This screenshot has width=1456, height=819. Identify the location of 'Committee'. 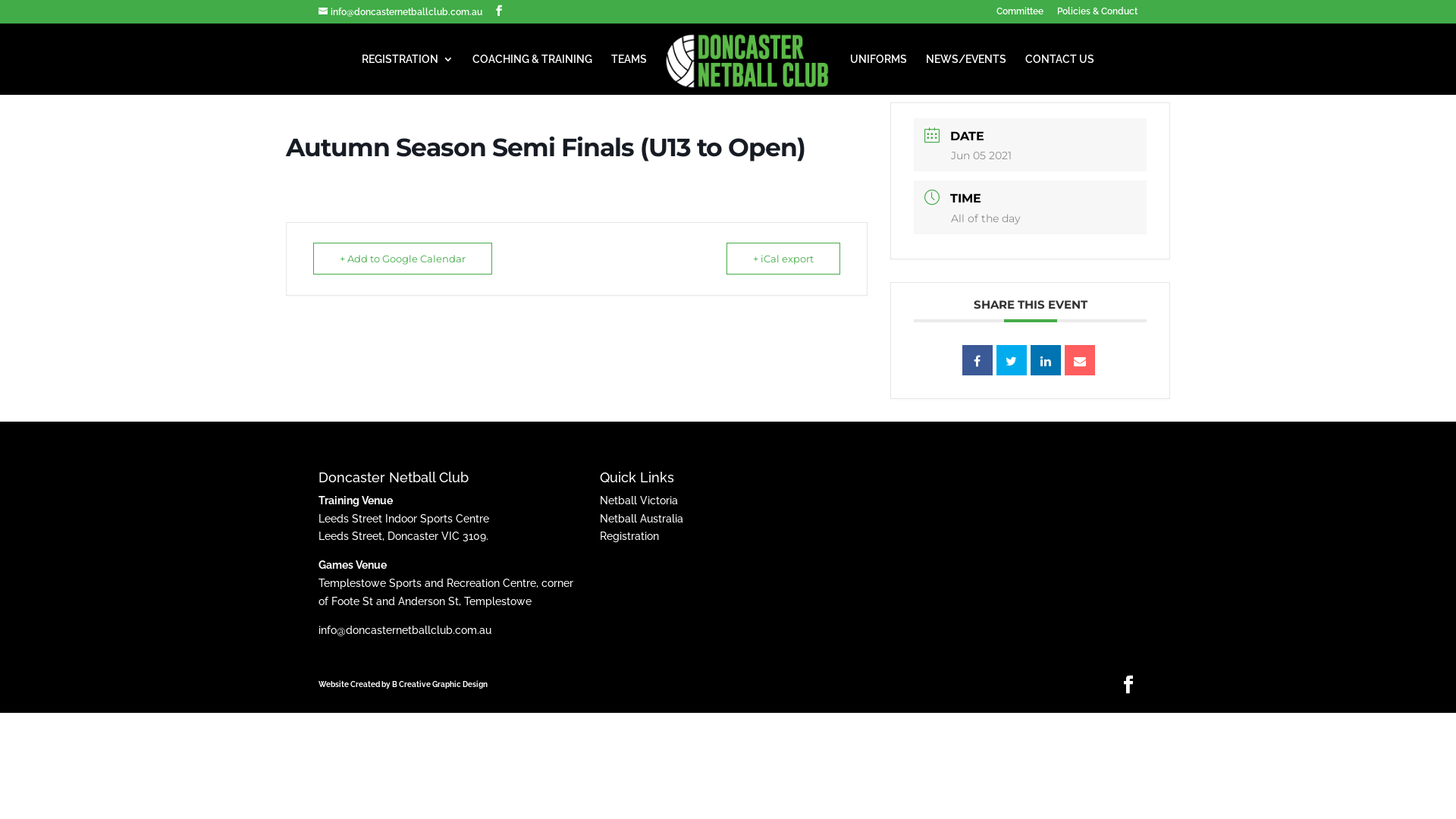
(996, 14).